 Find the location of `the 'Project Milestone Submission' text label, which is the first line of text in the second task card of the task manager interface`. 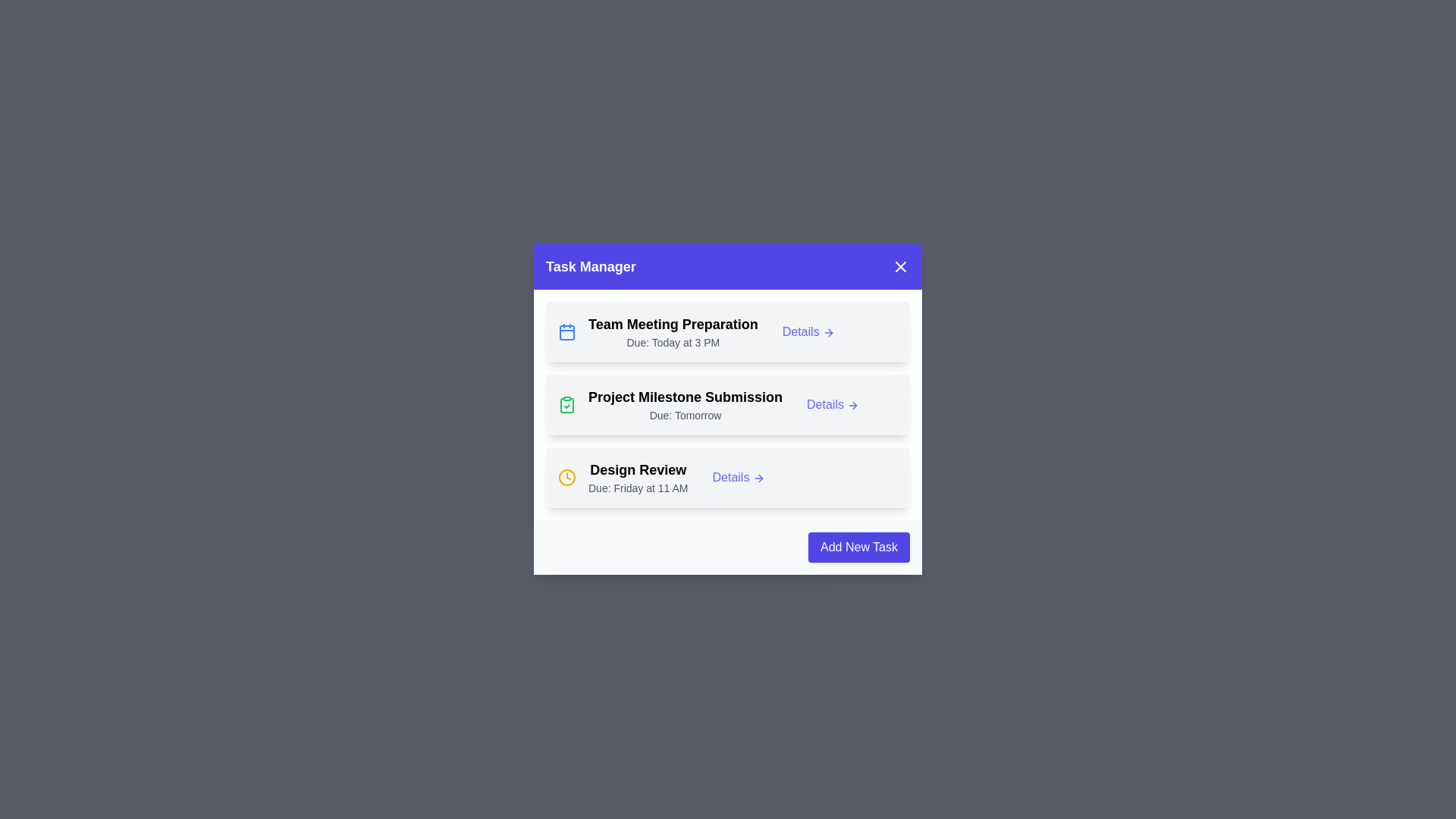

the 'Project Milestone Submission' text label, which is the first line of text in the second task card of the task manager interface is located at coordinates (684, 397).